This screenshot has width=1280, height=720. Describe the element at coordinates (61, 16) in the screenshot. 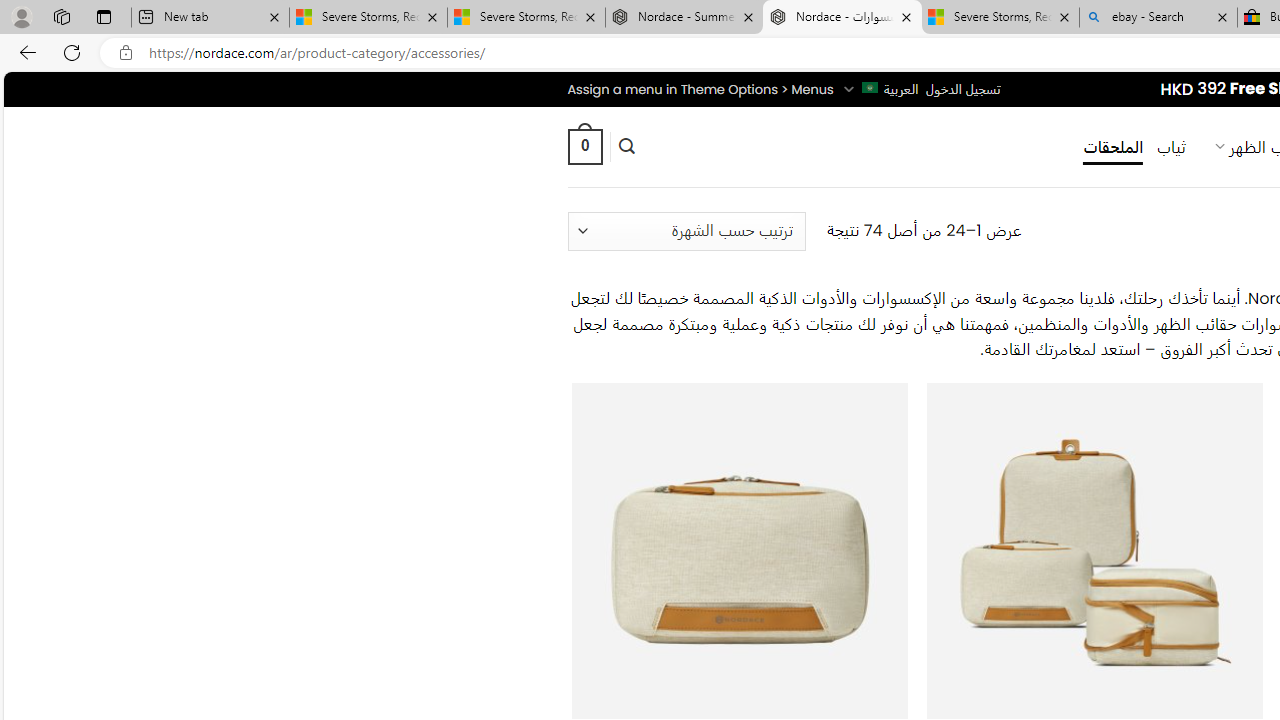

I see `'Workspaces'` at that location.